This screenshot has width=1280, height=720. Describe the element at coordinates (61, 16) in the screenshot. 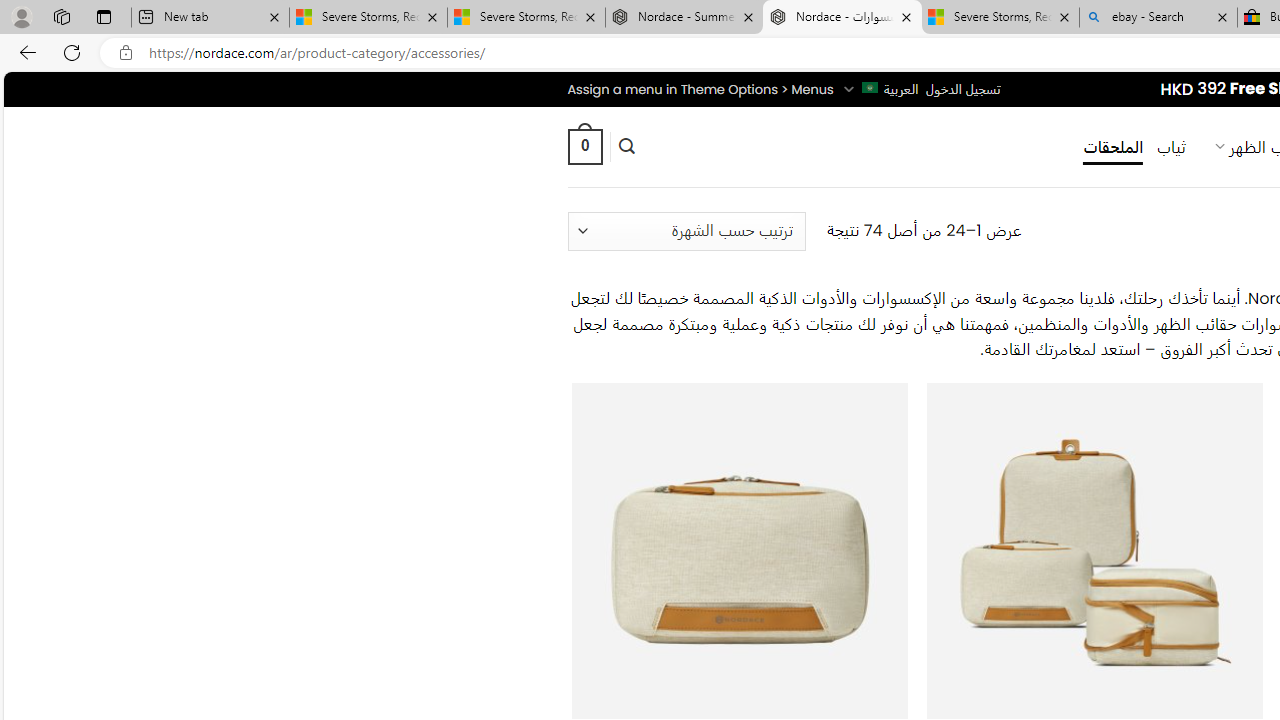

I see `'Workspaces'` at that location.